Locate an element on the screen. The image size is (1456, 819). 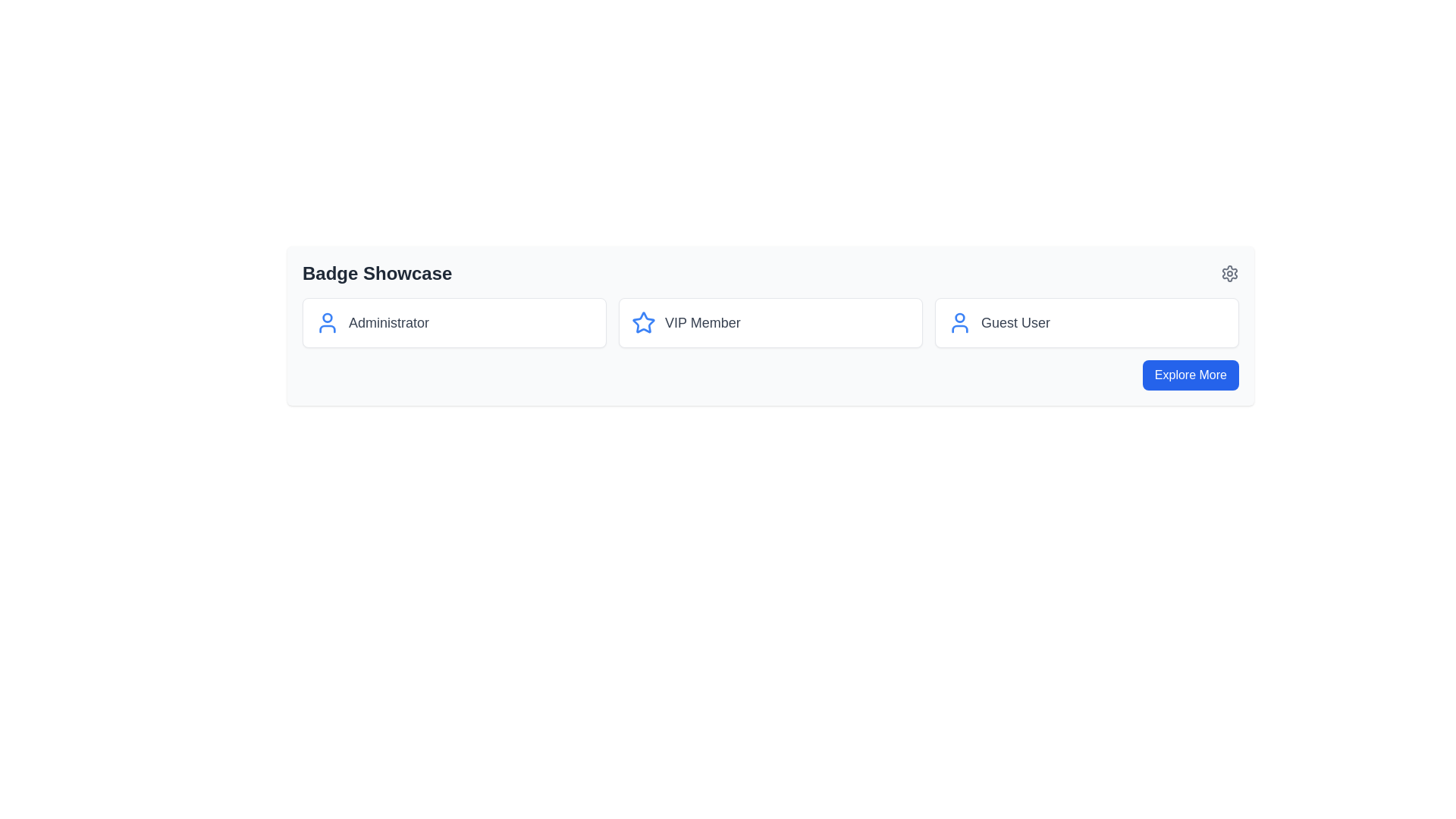
the circular graphical representation within the 'Guest User' profile icon, which is the third user type card in a horizontal arrangement is located at coordinates (959, 317).